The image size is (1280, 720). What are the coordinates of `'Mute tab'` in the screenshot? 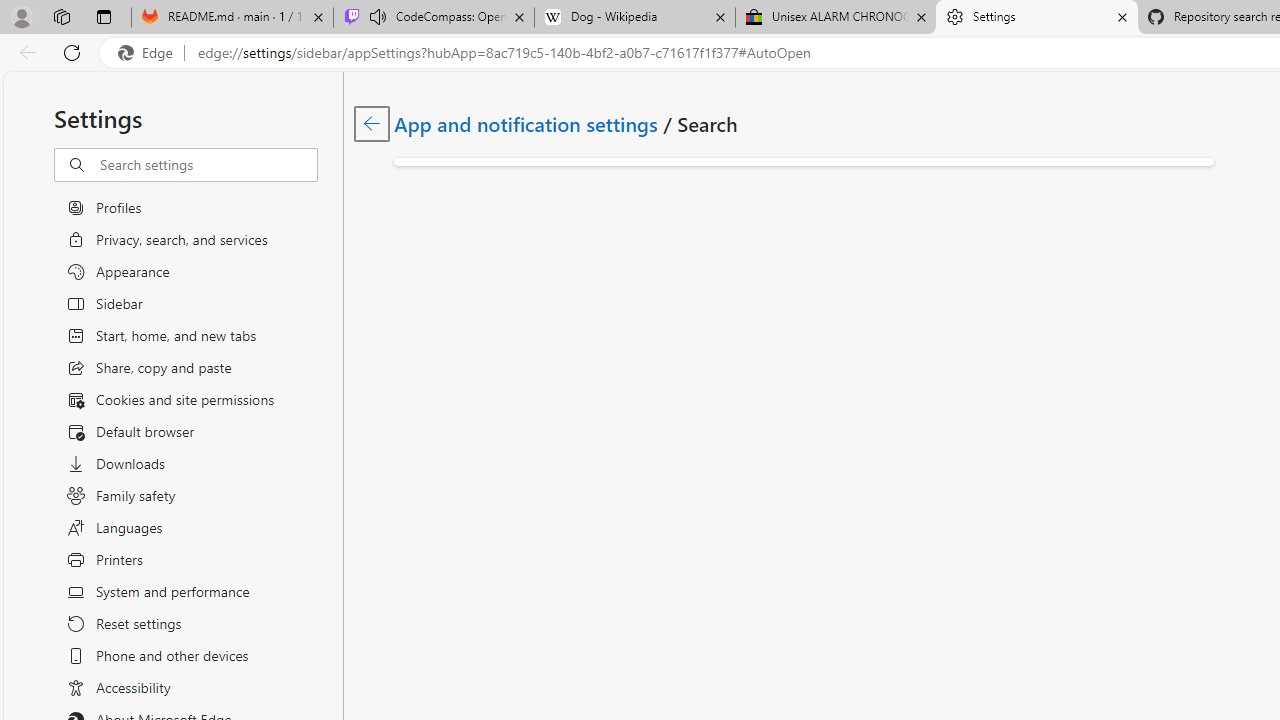 It's located at (378, 16).